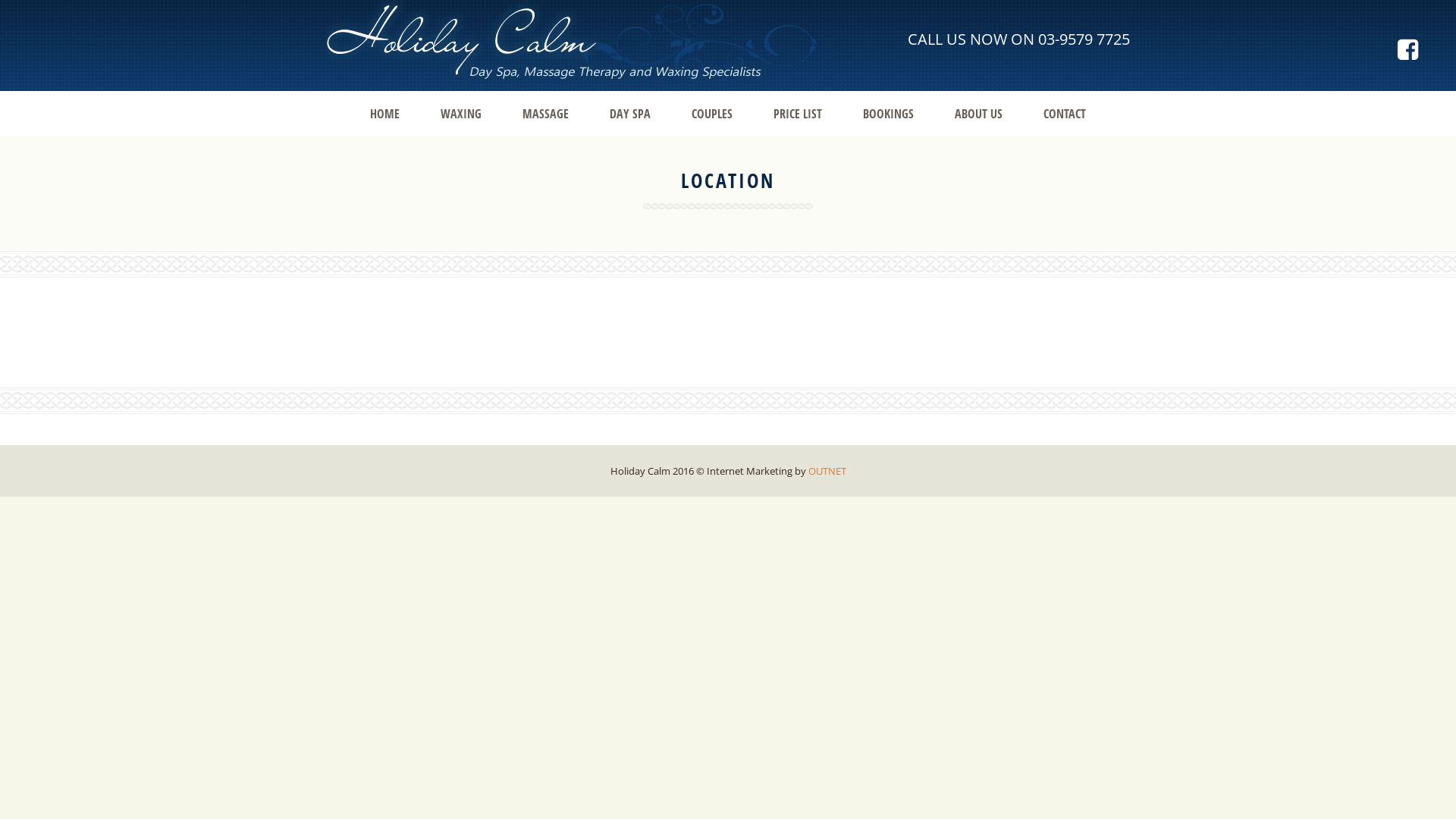  I want to click on 'BOOKINGS', so click(888, 113).